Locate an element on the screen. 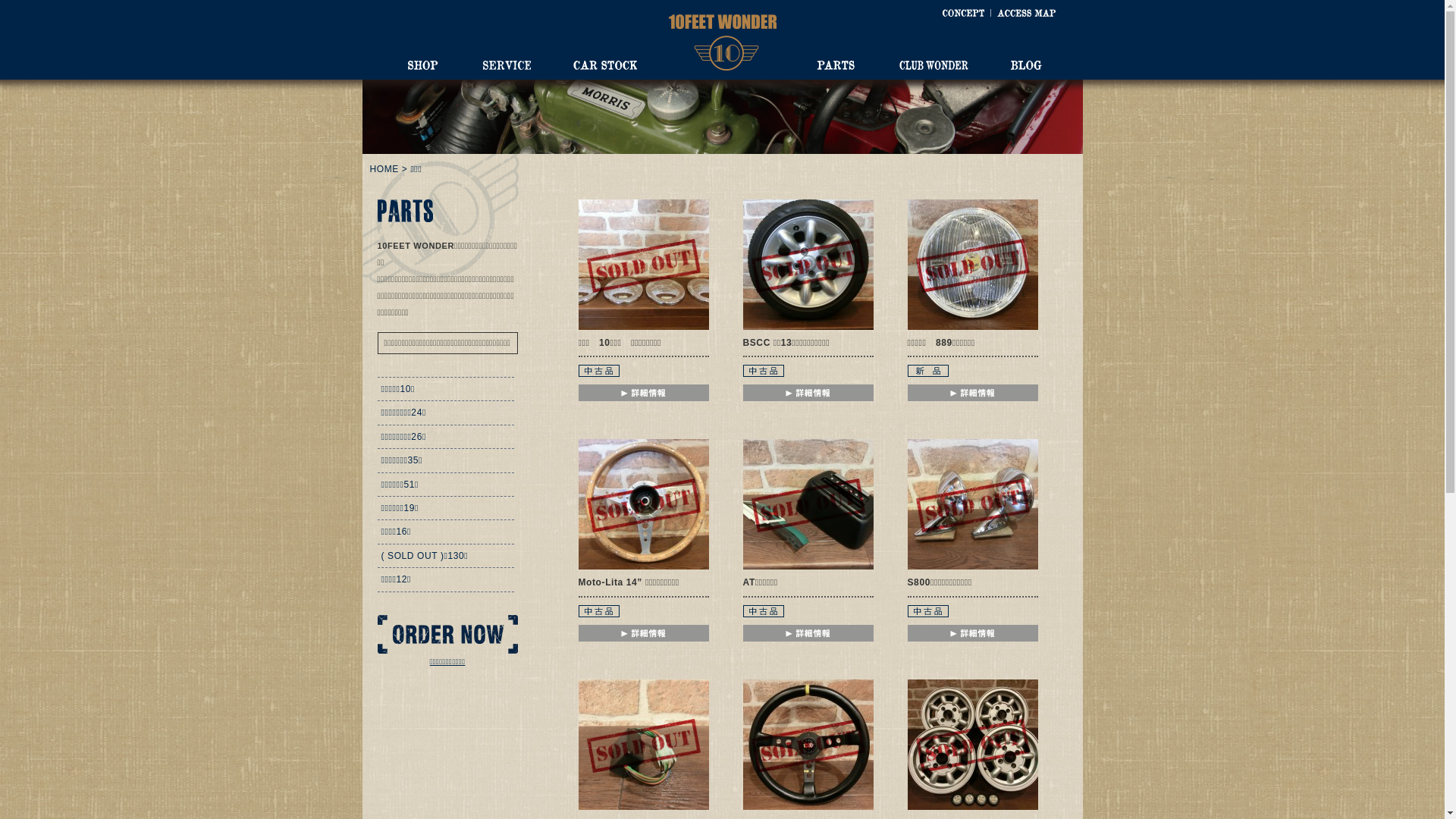 The height and width of the screenshot is (819, 1456). 'PARTS' is located at coordinates (833, 64).